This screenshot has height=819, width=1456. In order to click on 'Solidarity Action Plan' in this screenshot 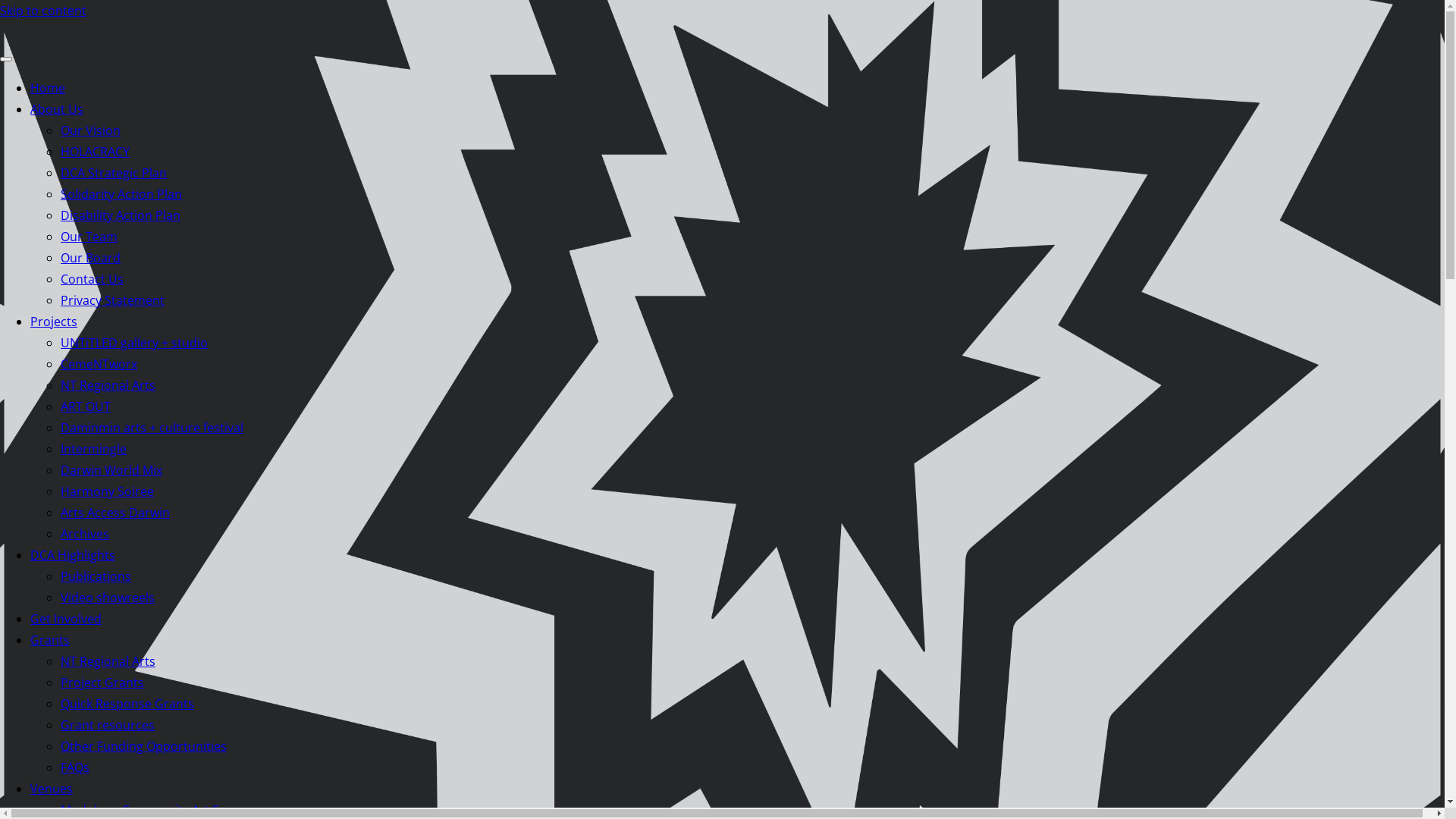, I will do `click(120, 193)`.